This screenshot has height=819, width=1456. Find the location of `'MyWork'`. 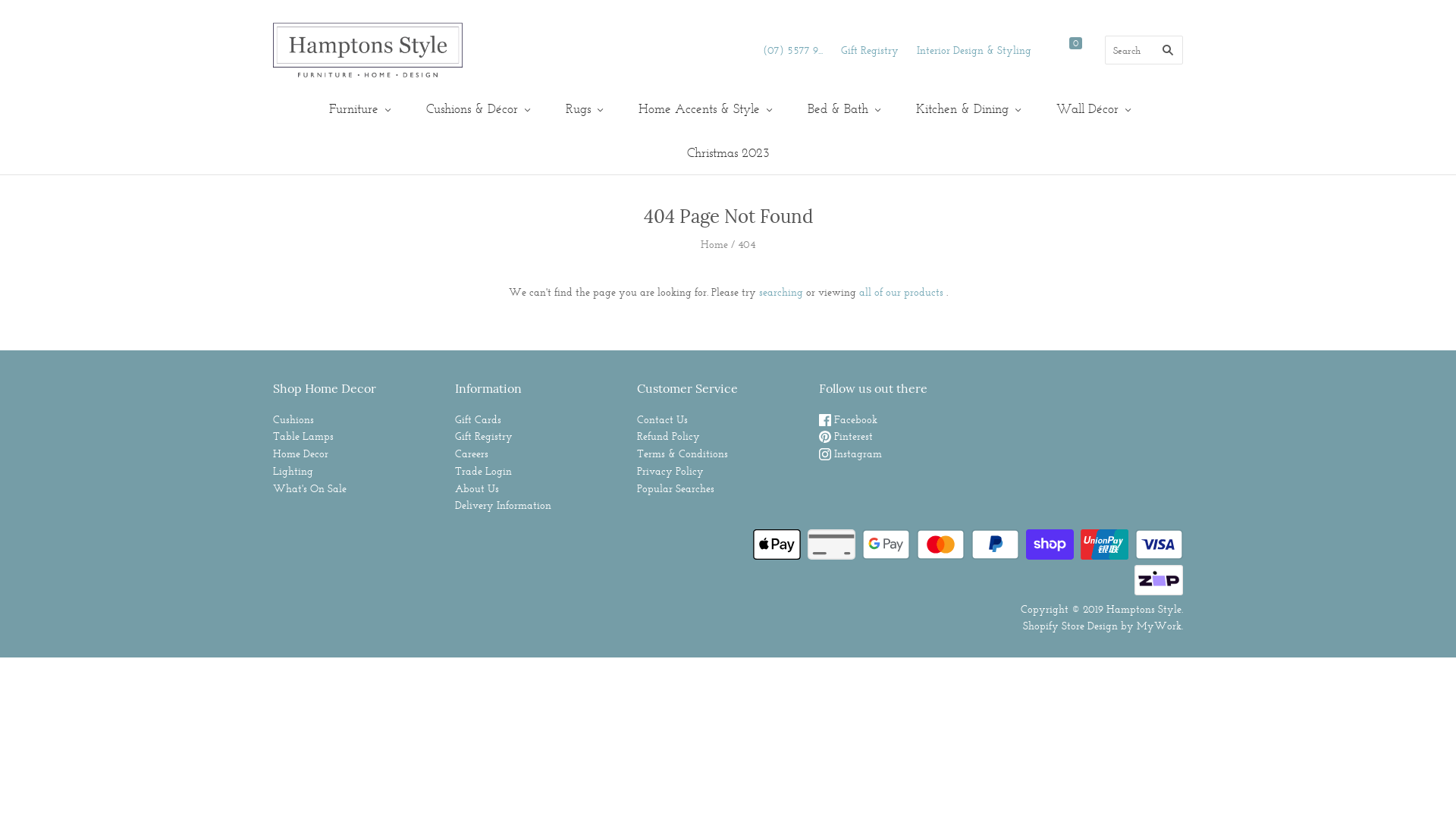

'MyWork' is located at coordinates (1158, 626).